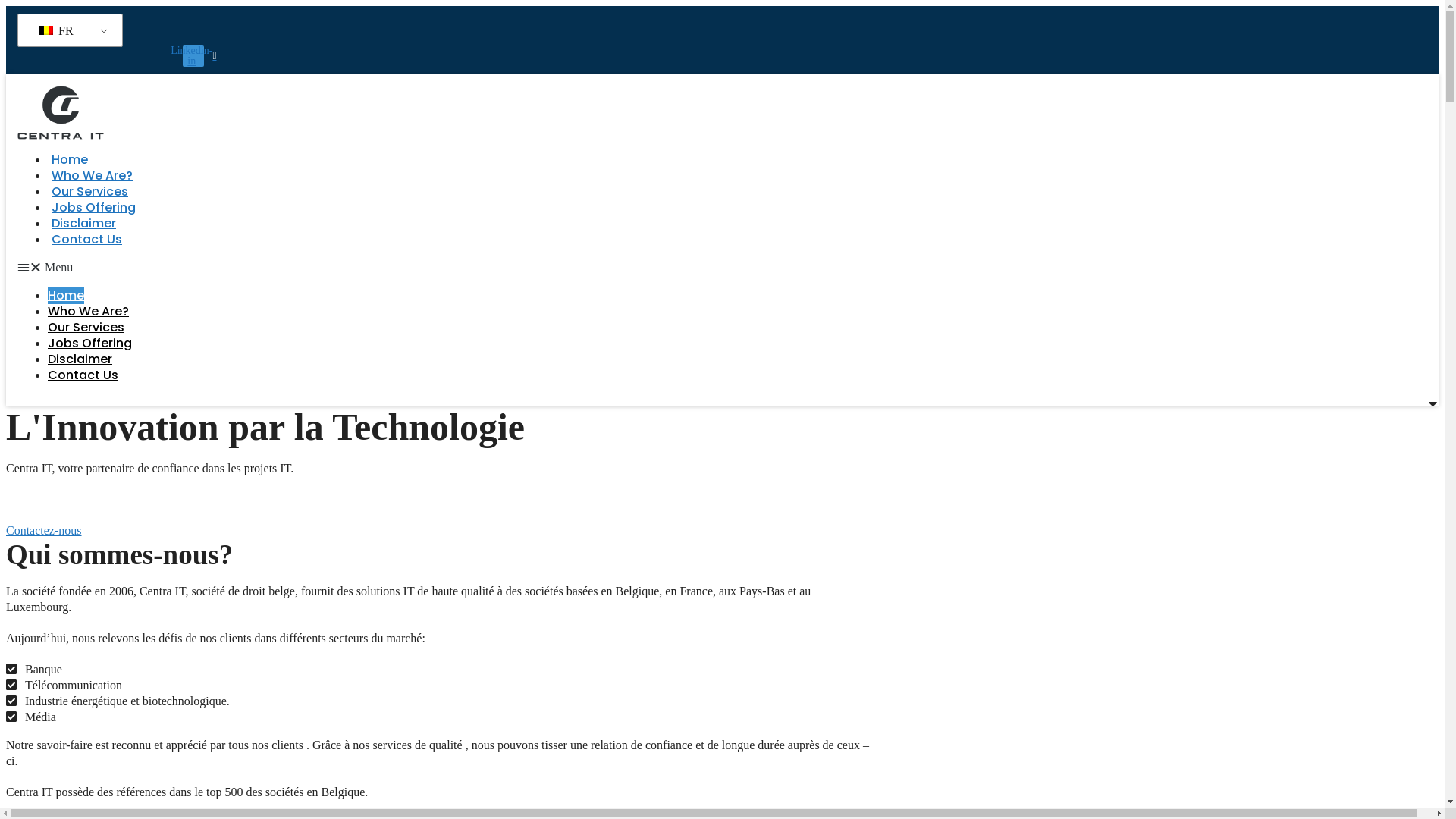 This screenshot has width=1456, height=819. I want to click on 'Our Services', so click(85, 326).